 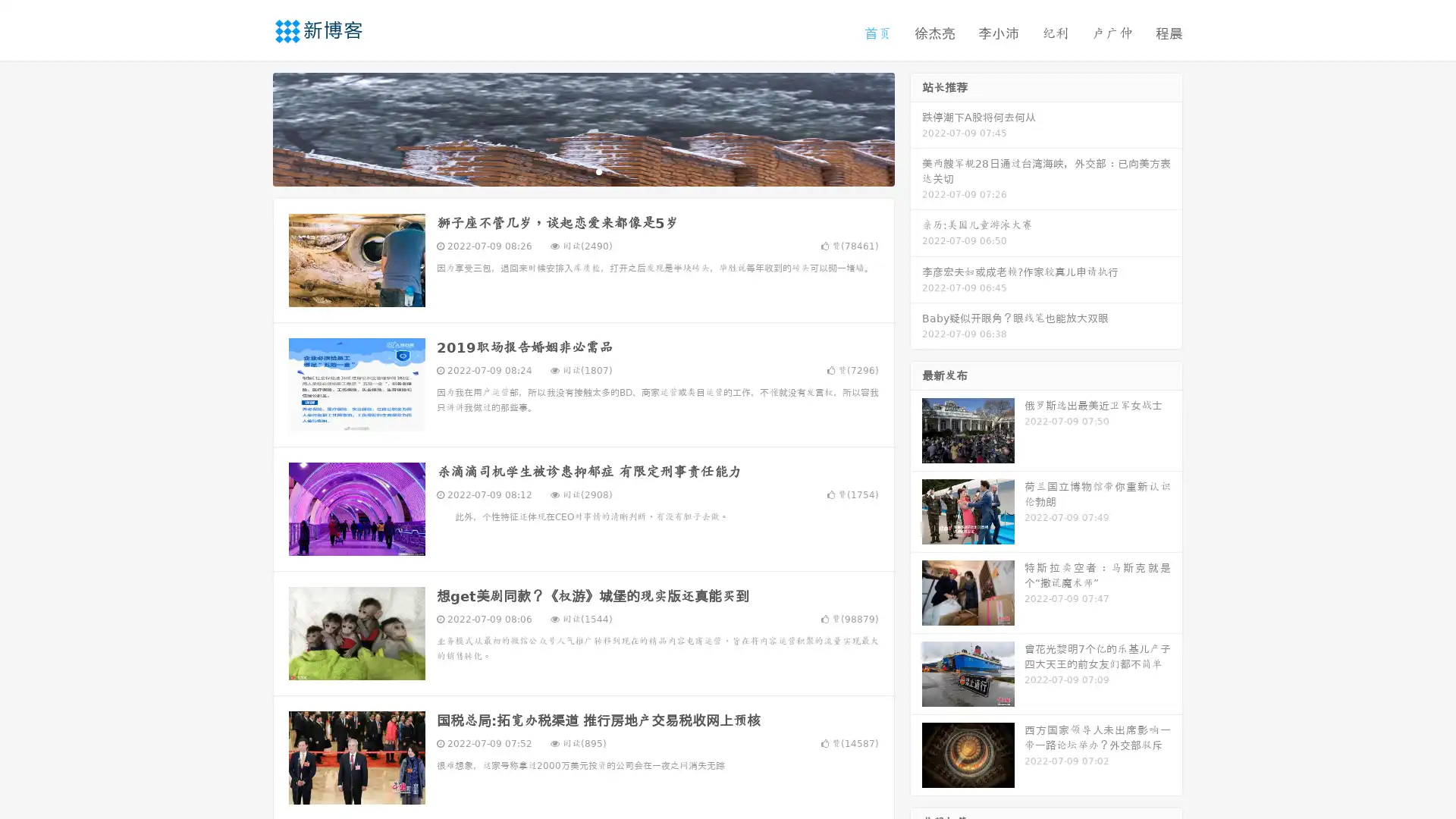 What do you see at coordinates (598, 171) in the screenshot?
I see `Go to slide 3` at bounding box center [598, 171].